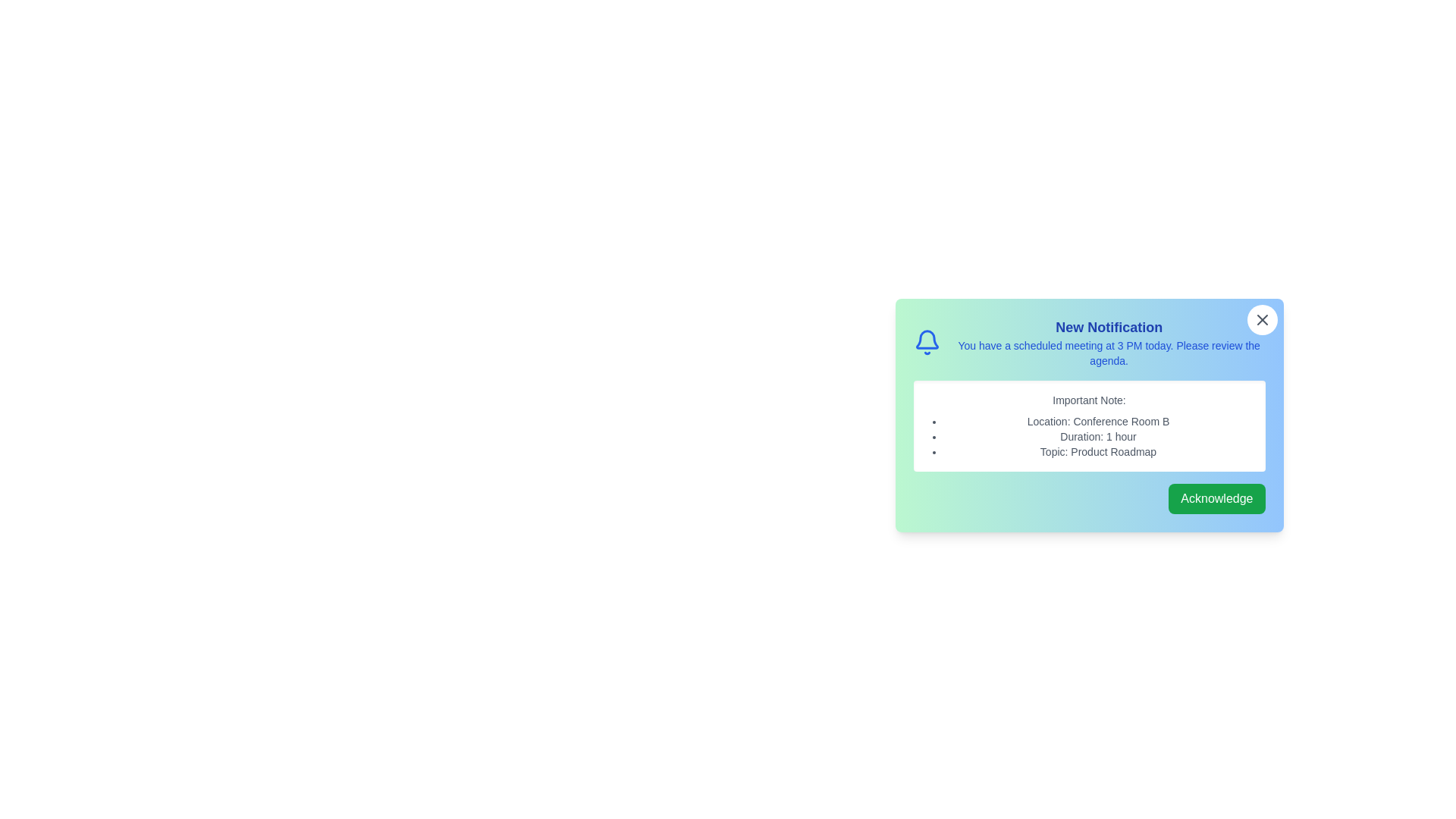 This screenshot has width=1456, height=819. I want to click on the 'Acknowledge' button to mark the notification as acknowledged, so click(1216, 499).